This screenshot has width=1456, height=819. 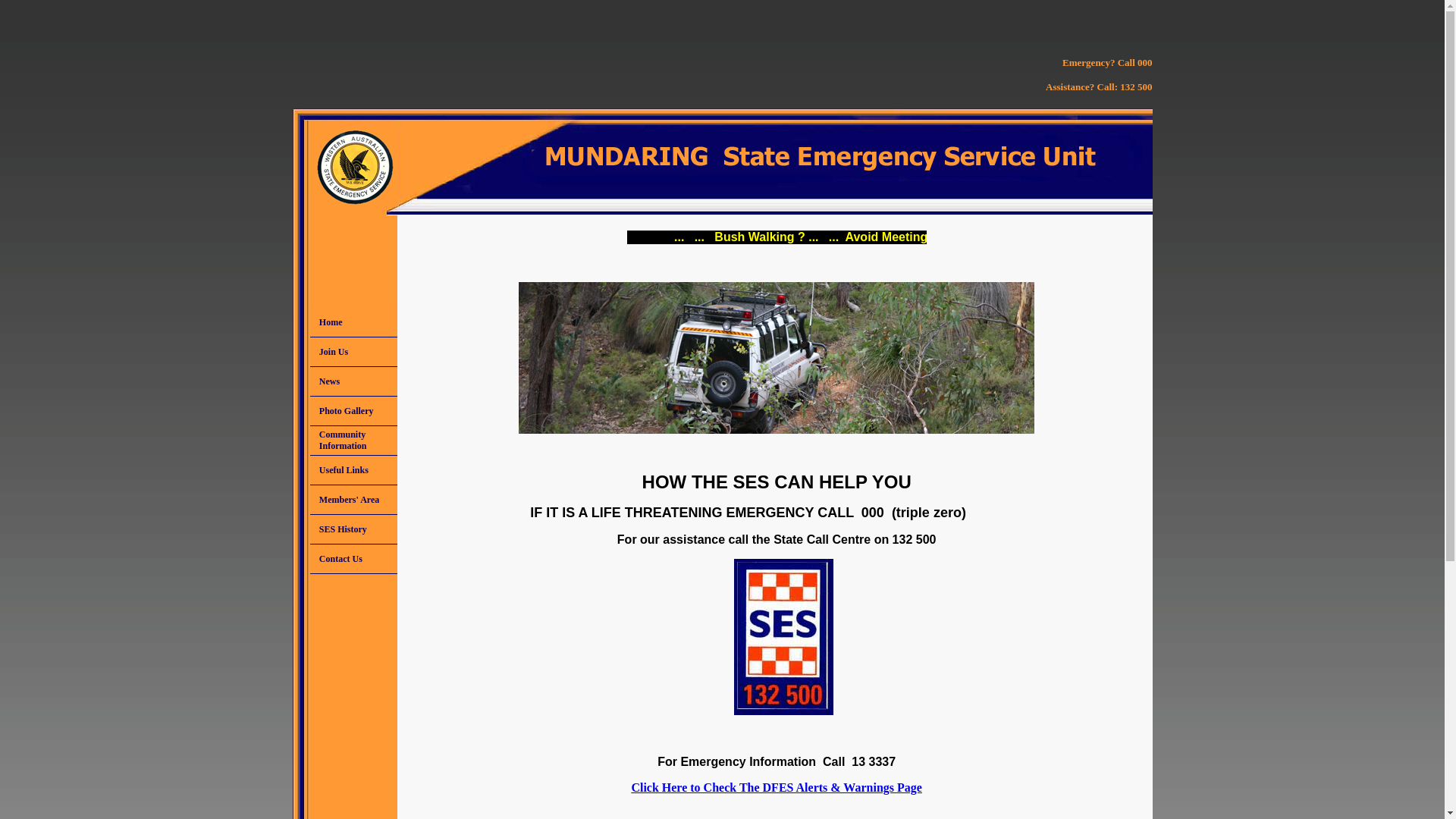 I want to click on 'Members' Area', so click(x=353, y=500).